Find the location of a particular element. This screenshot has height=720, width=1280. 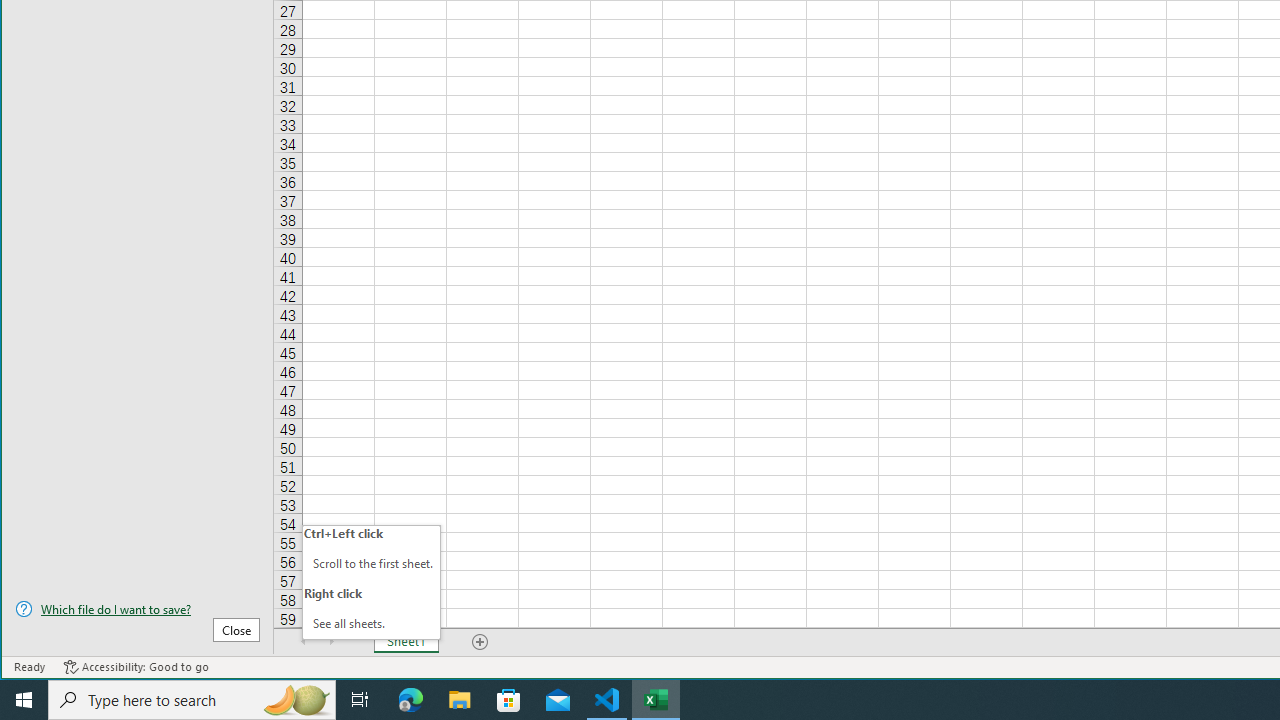

'Type here to search' is located at coordinates (192, 698).